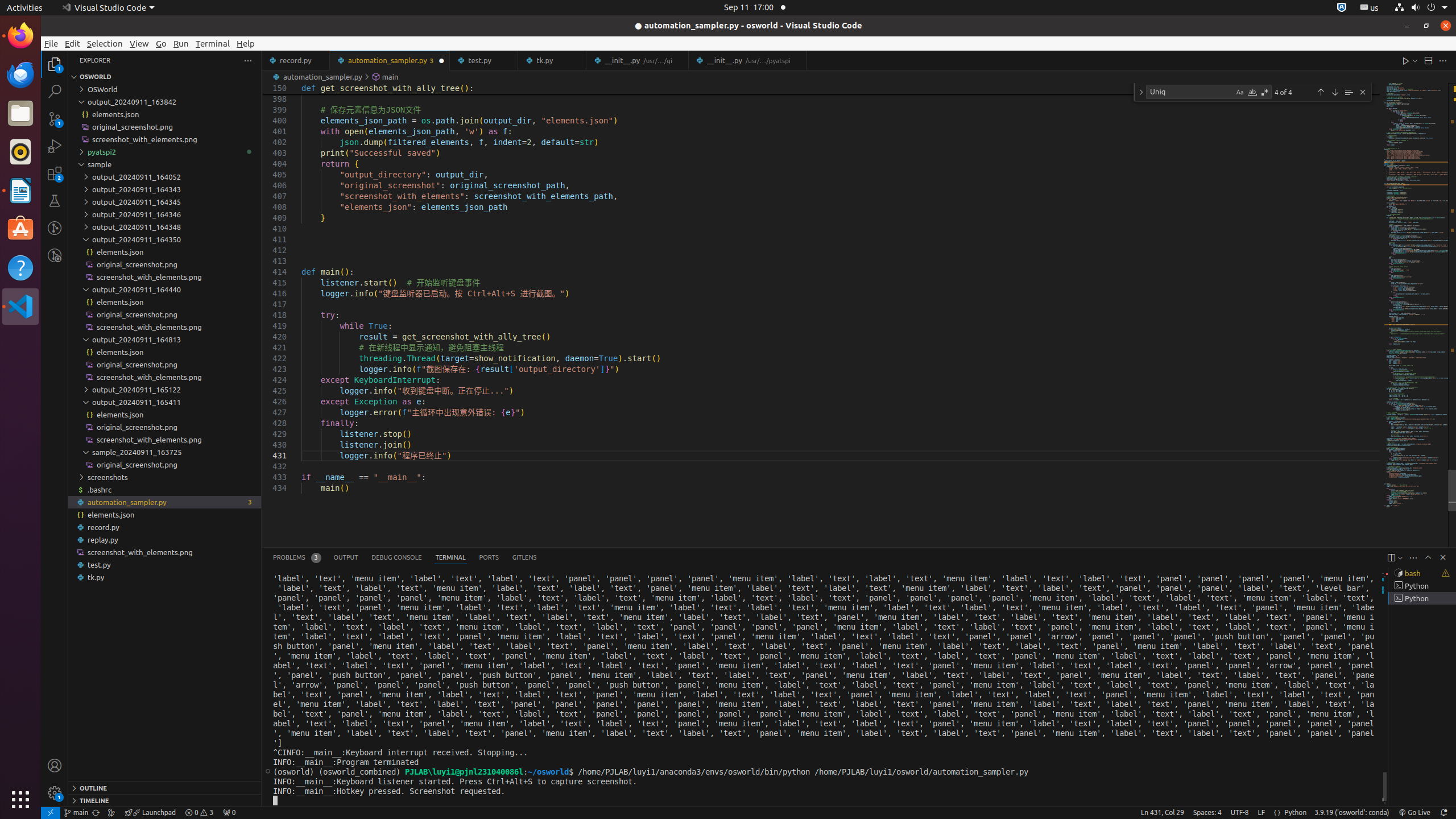  What do you see at coordinates (20, 35) in the screenshot?
I see `'Firefox Web Browser'` at bounding box center [20, 35].